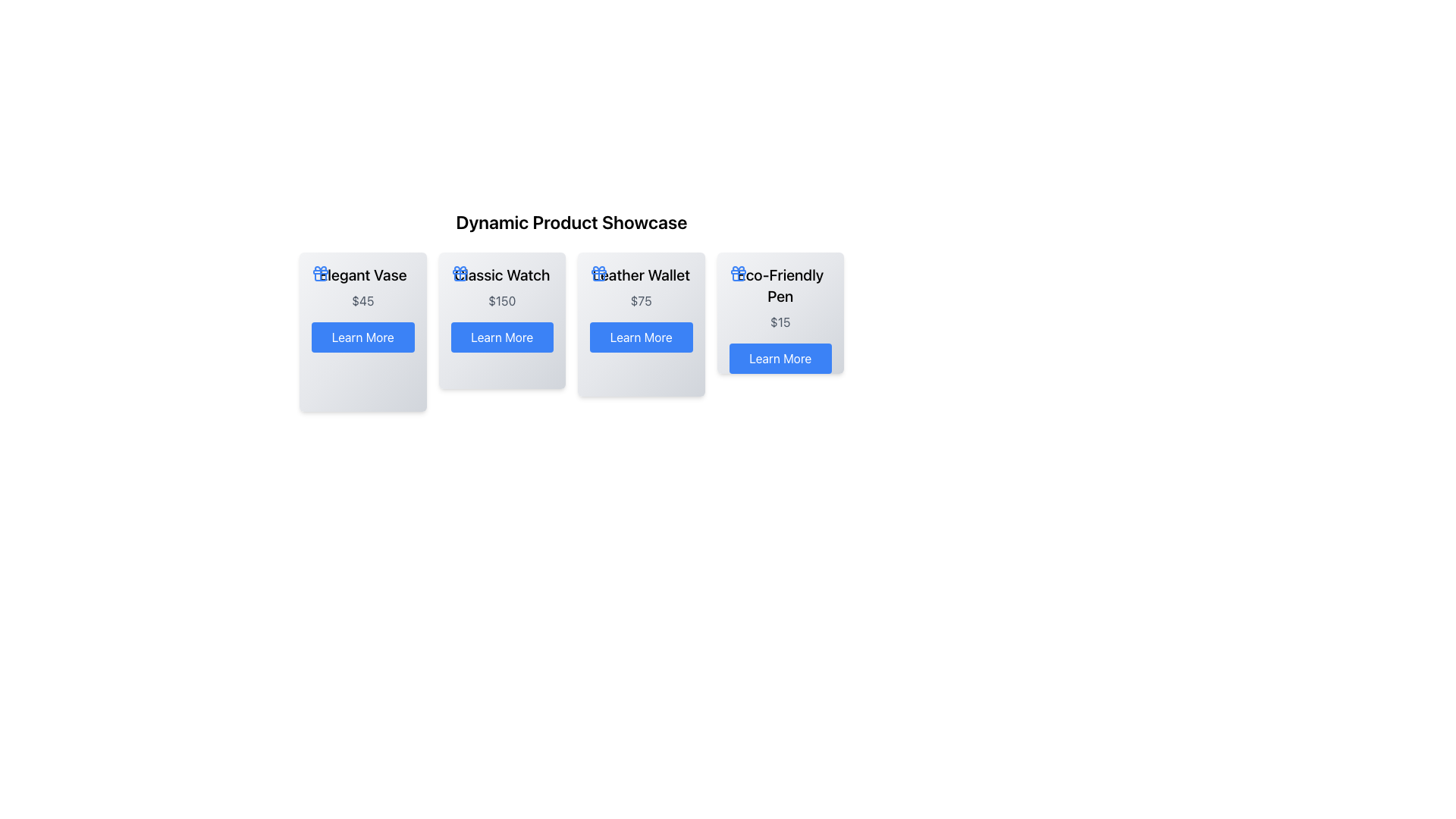 The height and width of the screenshot is (819, 1456). I want to click on the decorative SVG shape that appears as a rectangular ribbon element, styled with a solid fill and rounded corners, located in the top-left portion of the gift icon, so click(459, 271).